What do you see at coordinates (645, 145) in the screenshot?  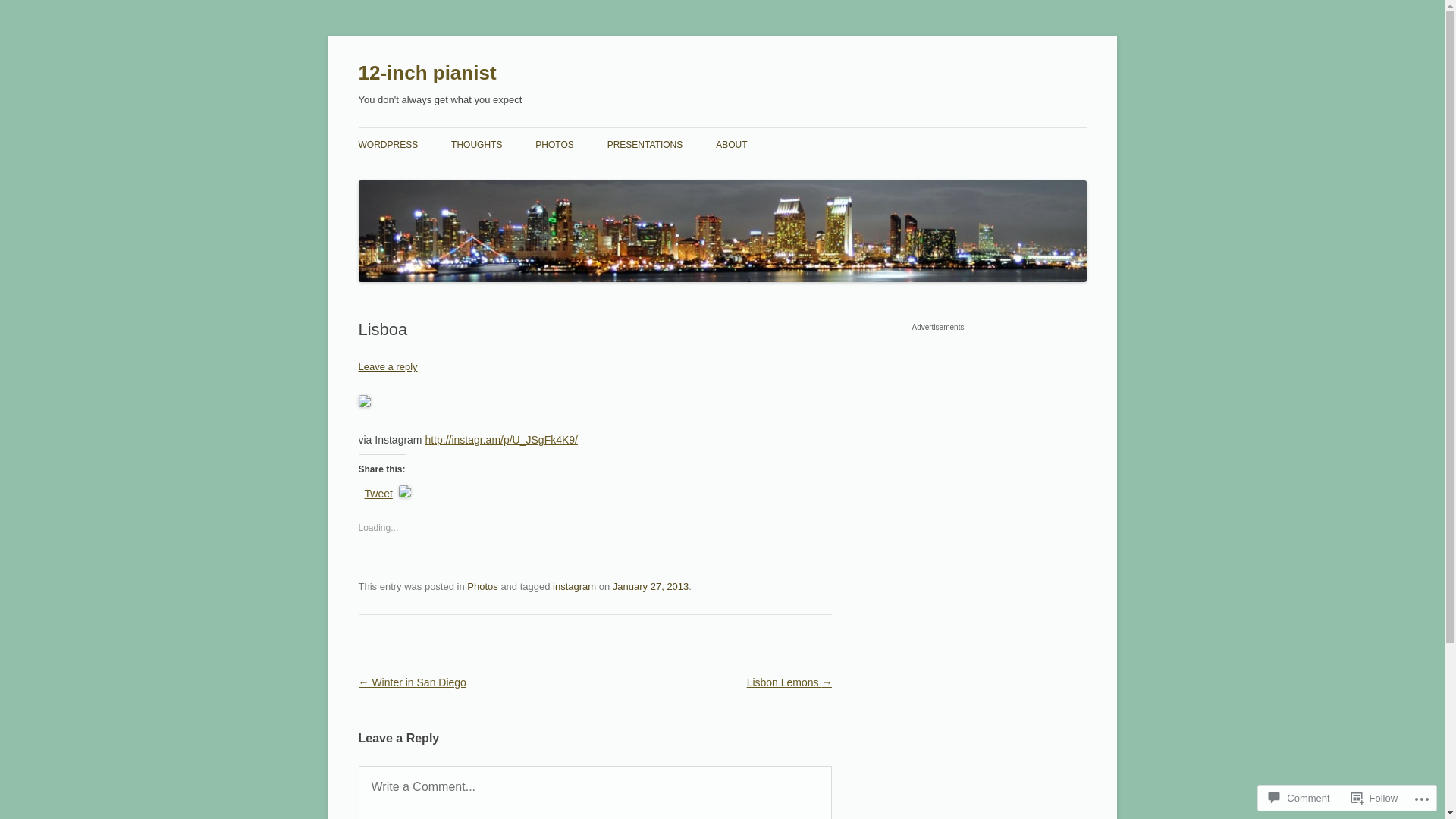 I see `'PRESENTATIONS'` at bounding box center [645, 145].